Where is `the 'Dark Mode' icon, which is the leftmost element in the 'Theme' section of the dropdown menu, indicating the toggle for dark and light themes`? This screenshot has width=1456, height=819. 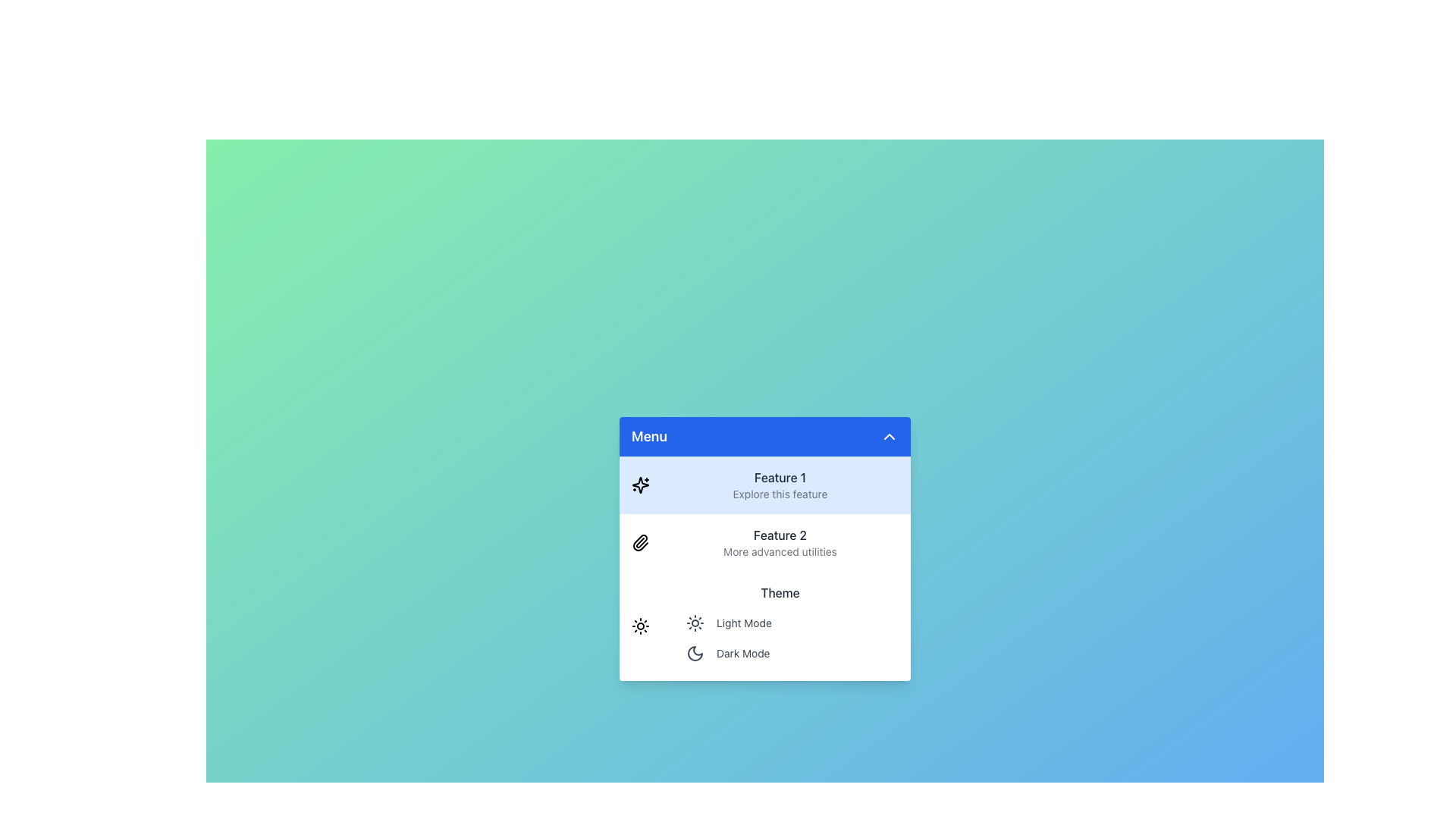
the 'Dark Mode' icon, which is the leftmost element in the 'Theme' section of the dropdown menu, indicating the toggle for dark and light themes is located at coordinates (694, 652).